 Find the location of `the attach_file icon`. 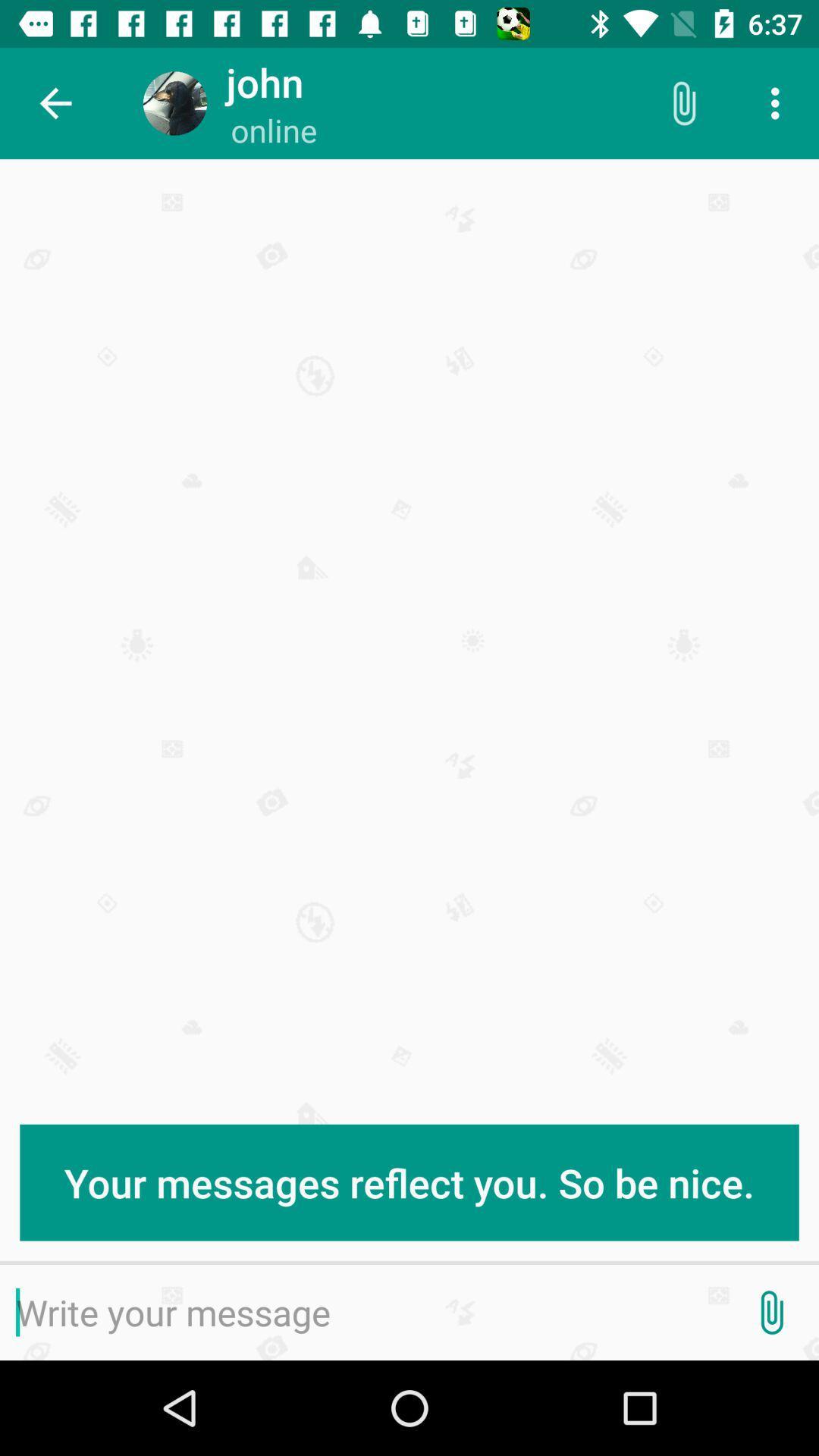

the attach_file icon is located at coordinates (771, 1312).